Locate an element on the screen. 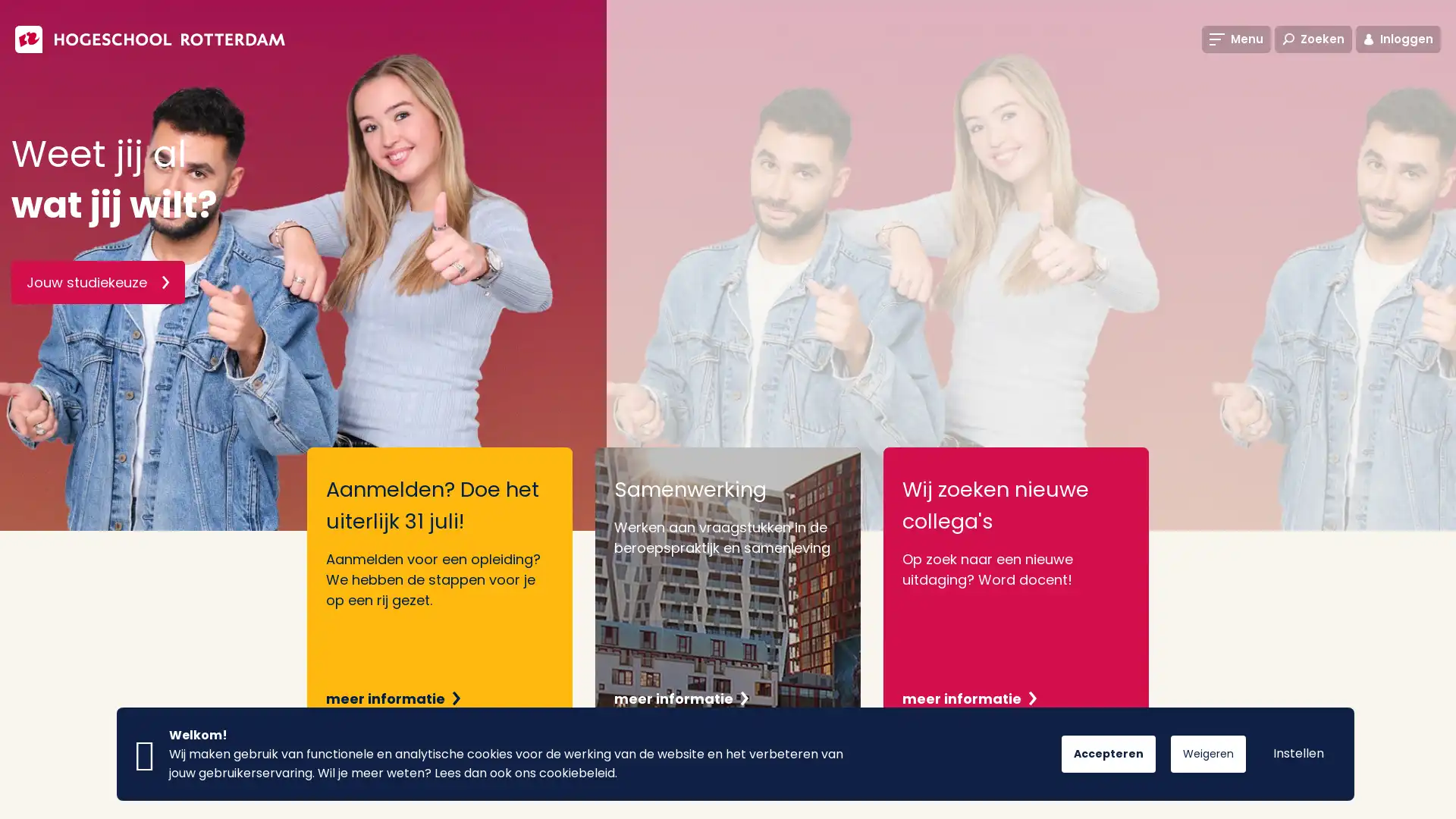  Accepteren is located at coordinates (1107, 754).